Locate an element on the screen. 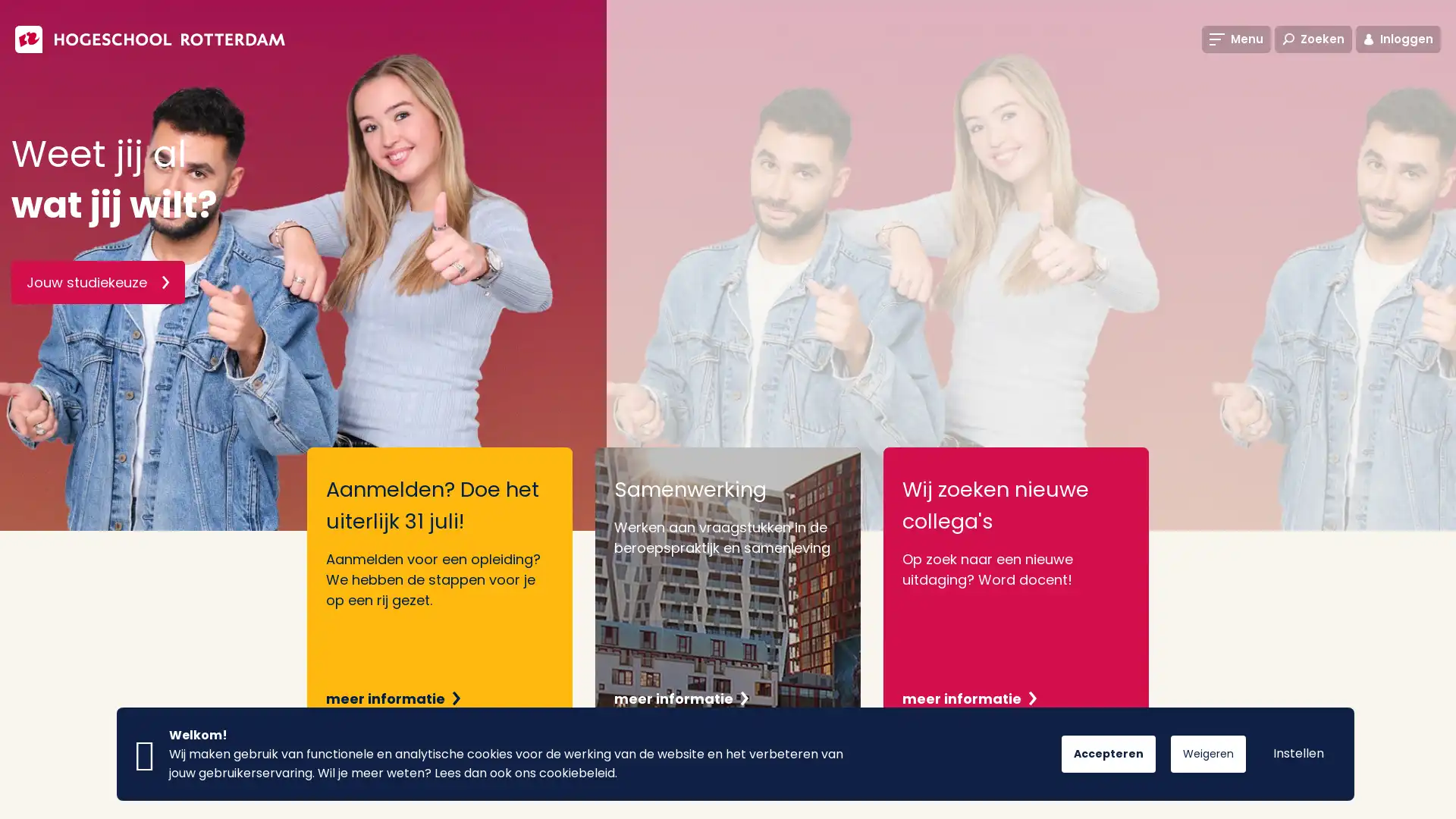  Accepteren is located at coordinates (1107, 754).